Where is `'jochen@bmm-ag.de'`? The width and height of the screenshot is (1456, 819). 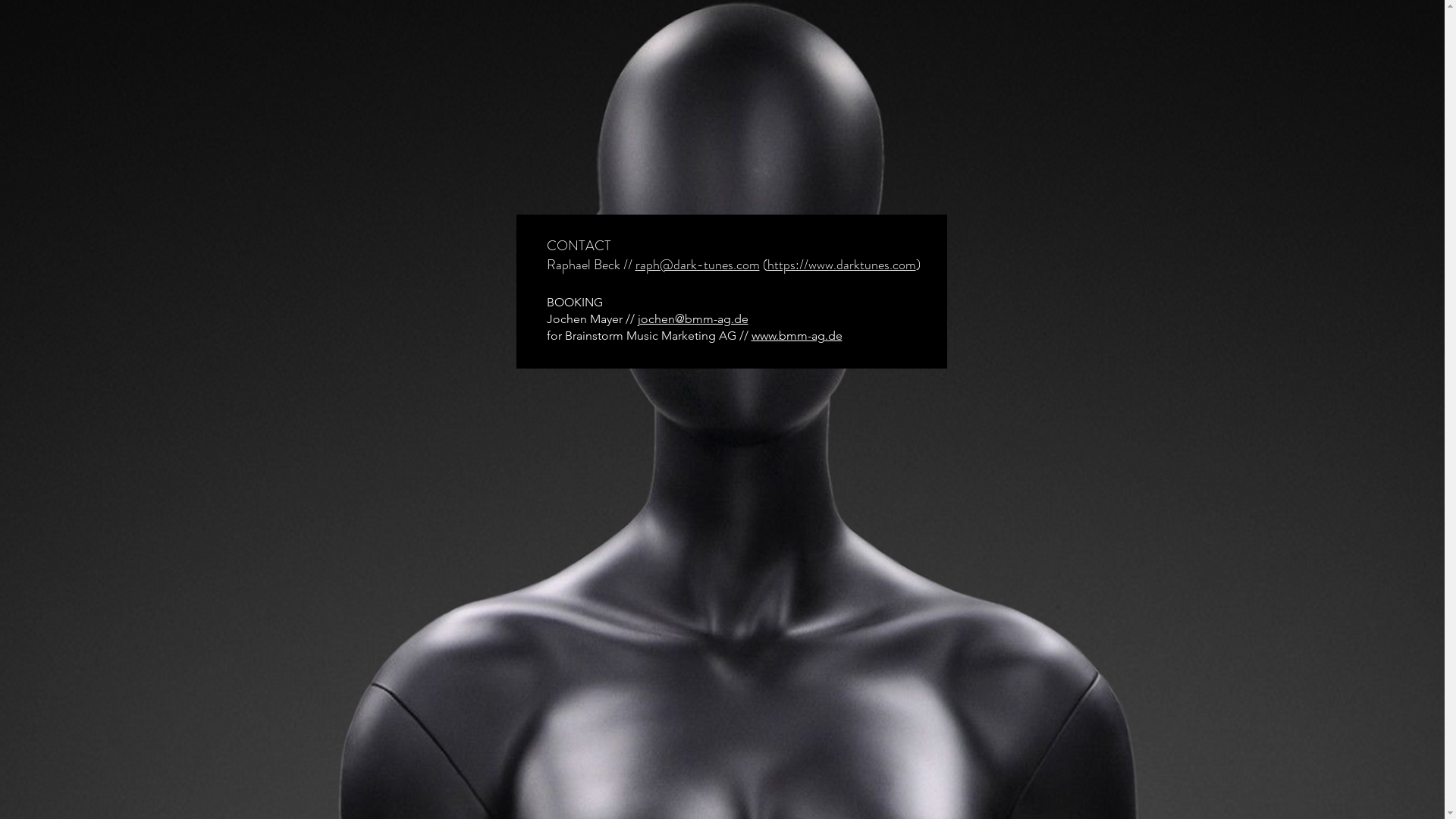
'jochen@bmm-ag.de' is located at coordinates (691, 318).